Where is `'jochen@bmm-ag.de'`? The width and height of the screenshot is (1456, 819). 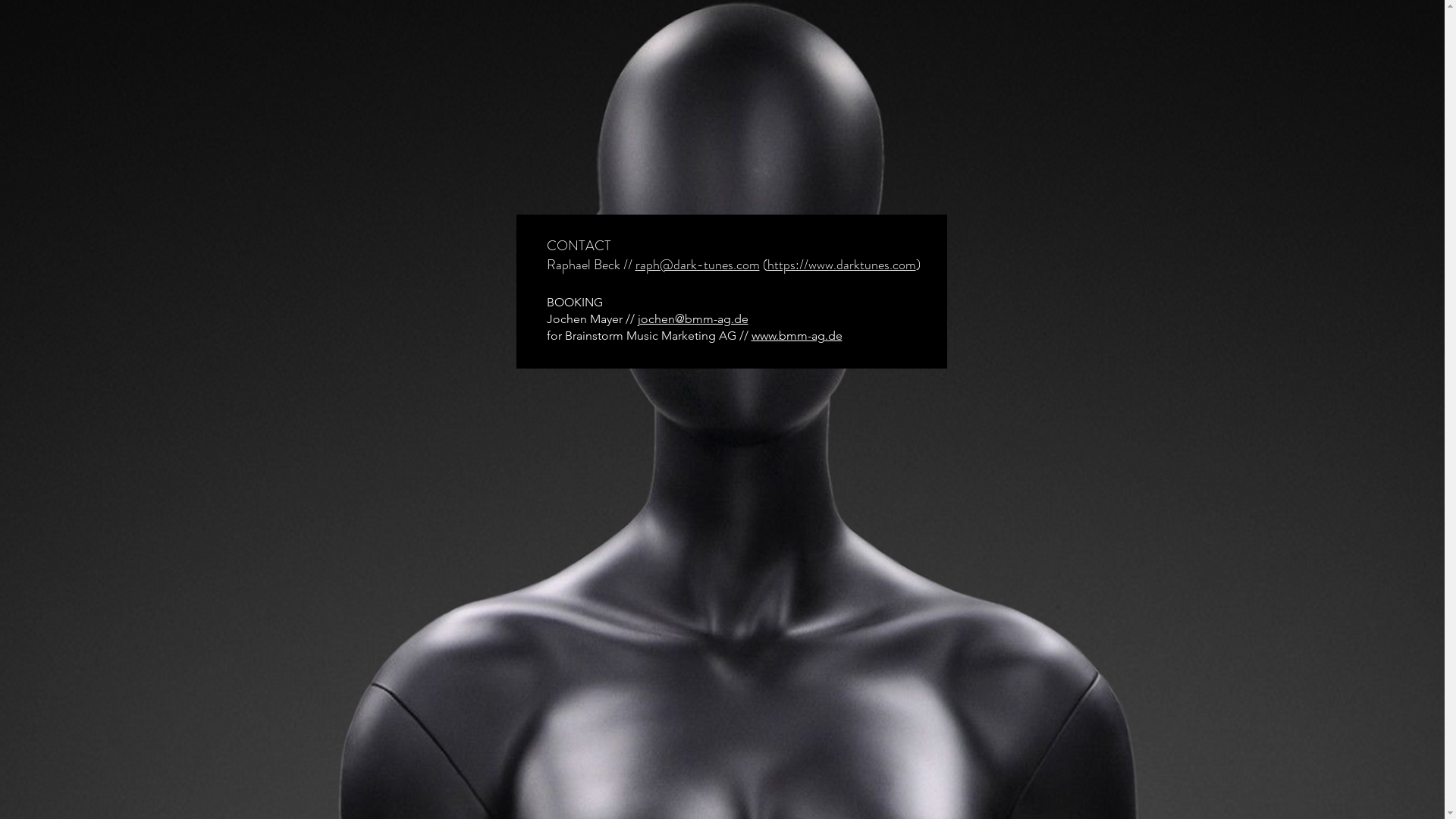
'jochen@bmm-ag.de' is located at coordinates (691, 318).